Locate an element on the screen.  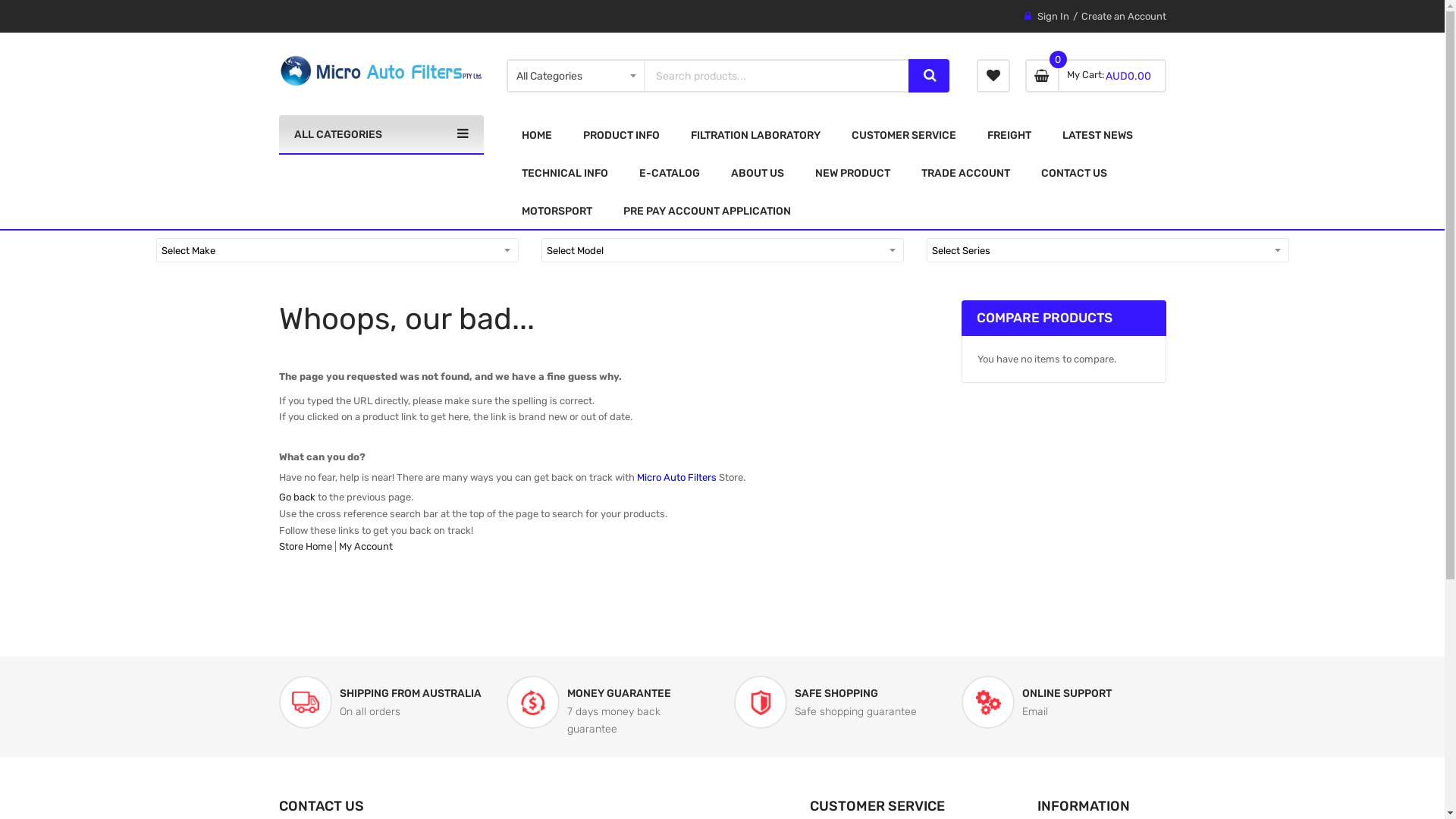
'My Account' is located at coordinates (337, 546).